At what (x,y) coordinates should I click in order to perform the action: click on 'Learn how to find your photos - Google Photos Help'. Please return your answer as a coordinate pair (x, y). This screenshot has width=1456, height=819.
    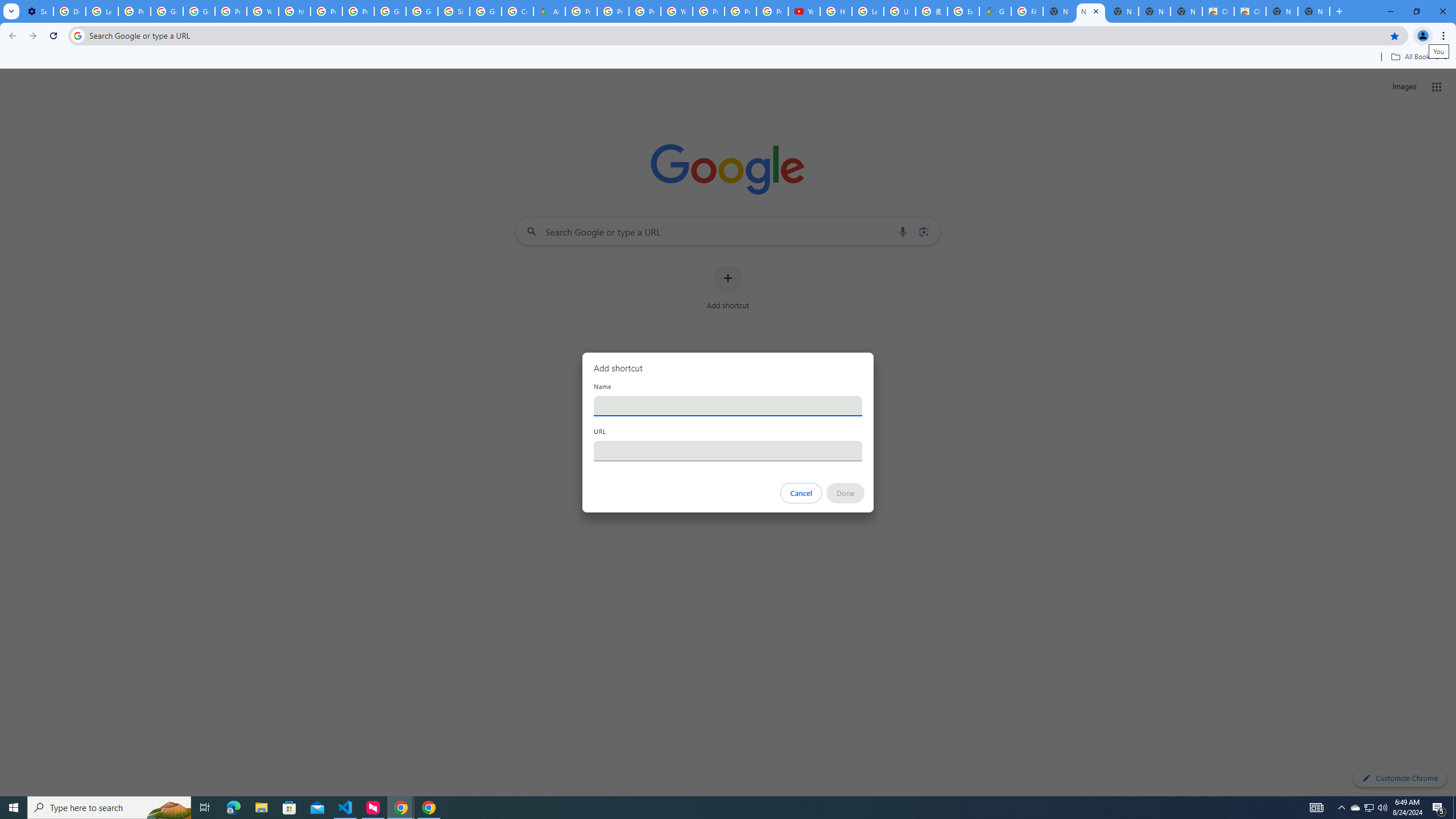
    Looking at the image, I should click on (102, 11).